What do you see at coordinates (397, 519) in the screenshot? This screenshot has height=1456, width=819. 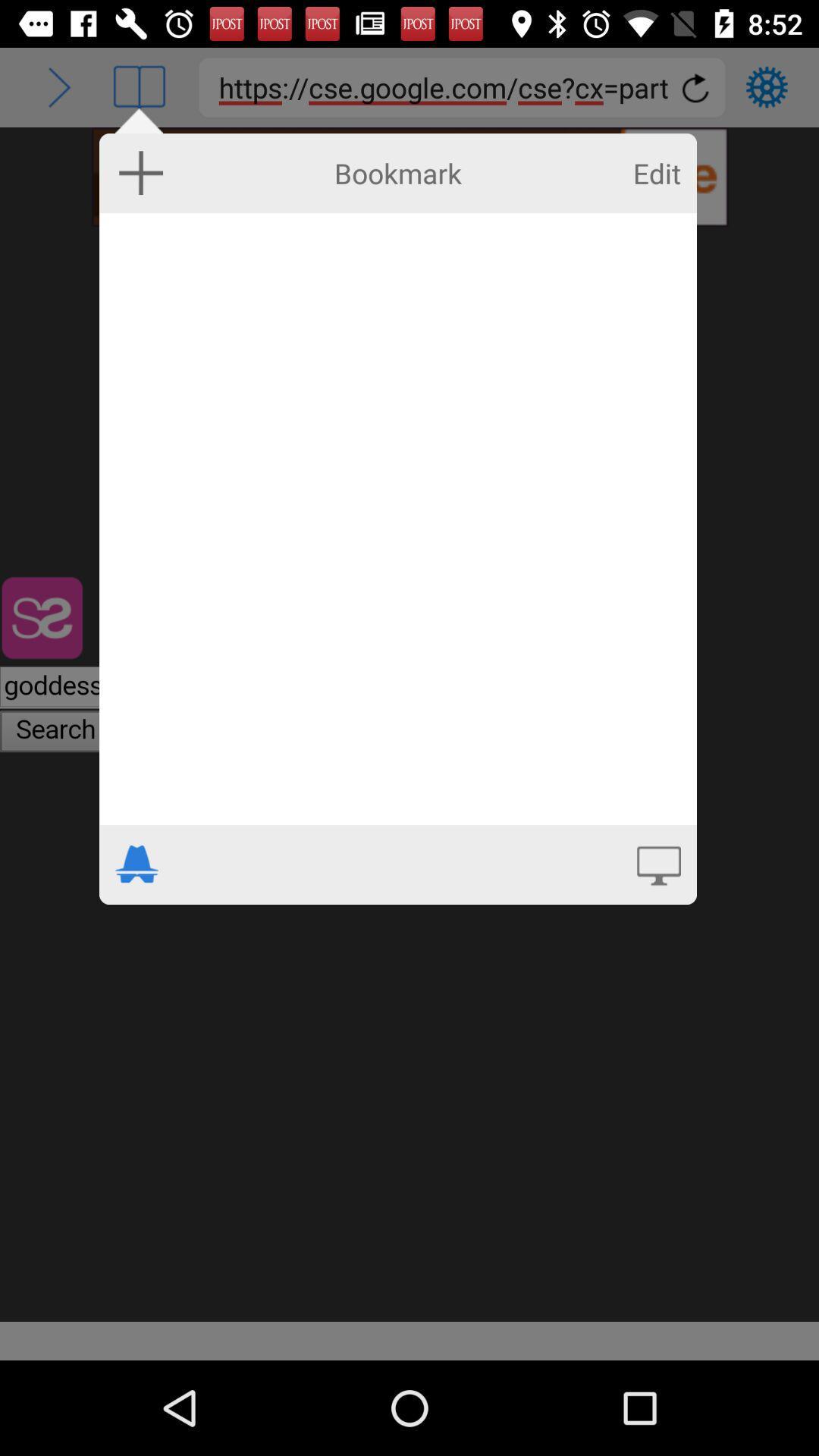 I see `the item below the bookmark item` at bounding box center [397, 519].